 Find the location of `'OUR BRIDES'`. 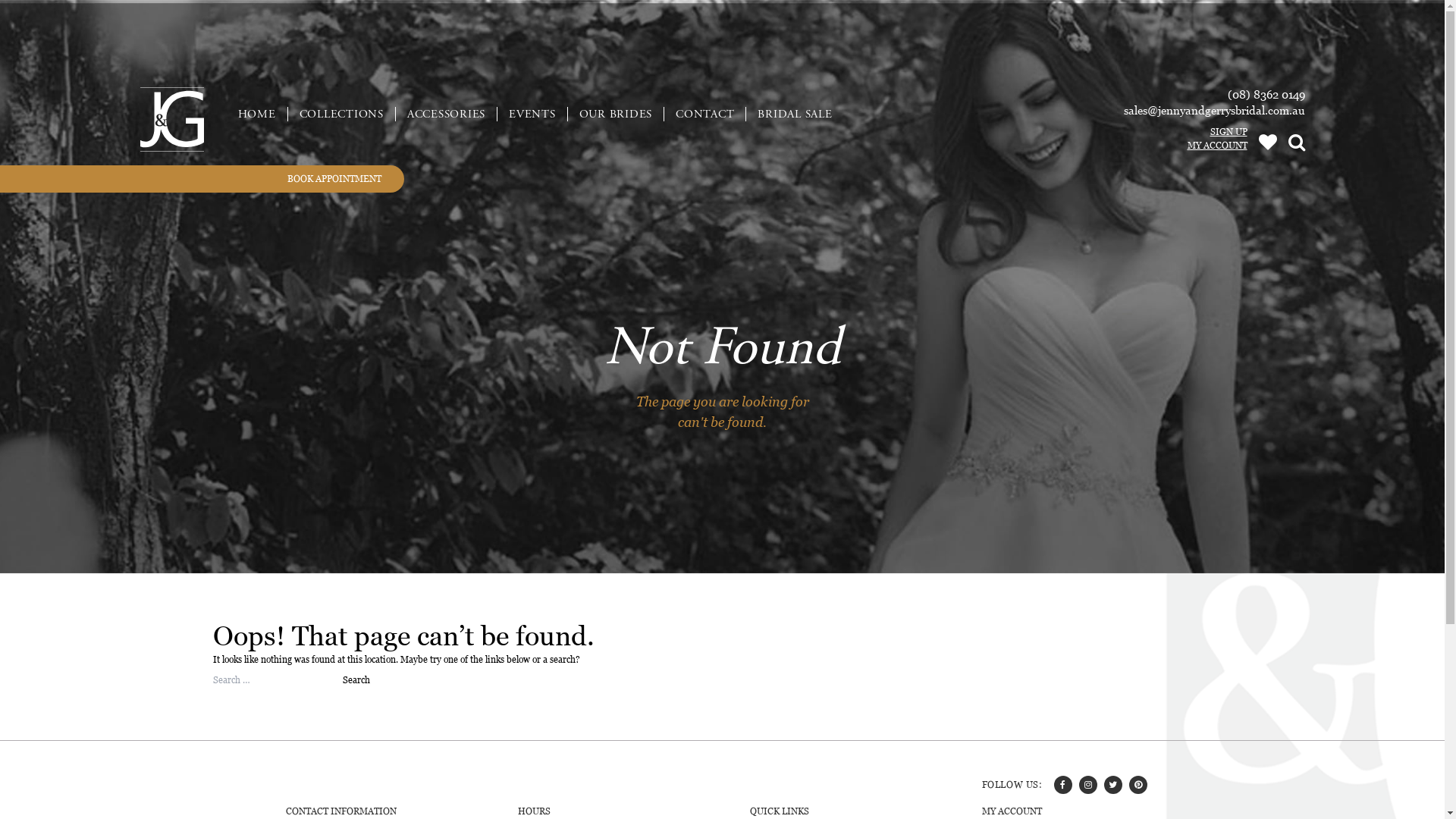

'OUR BRIDES' is located at coordinates (615, 112).